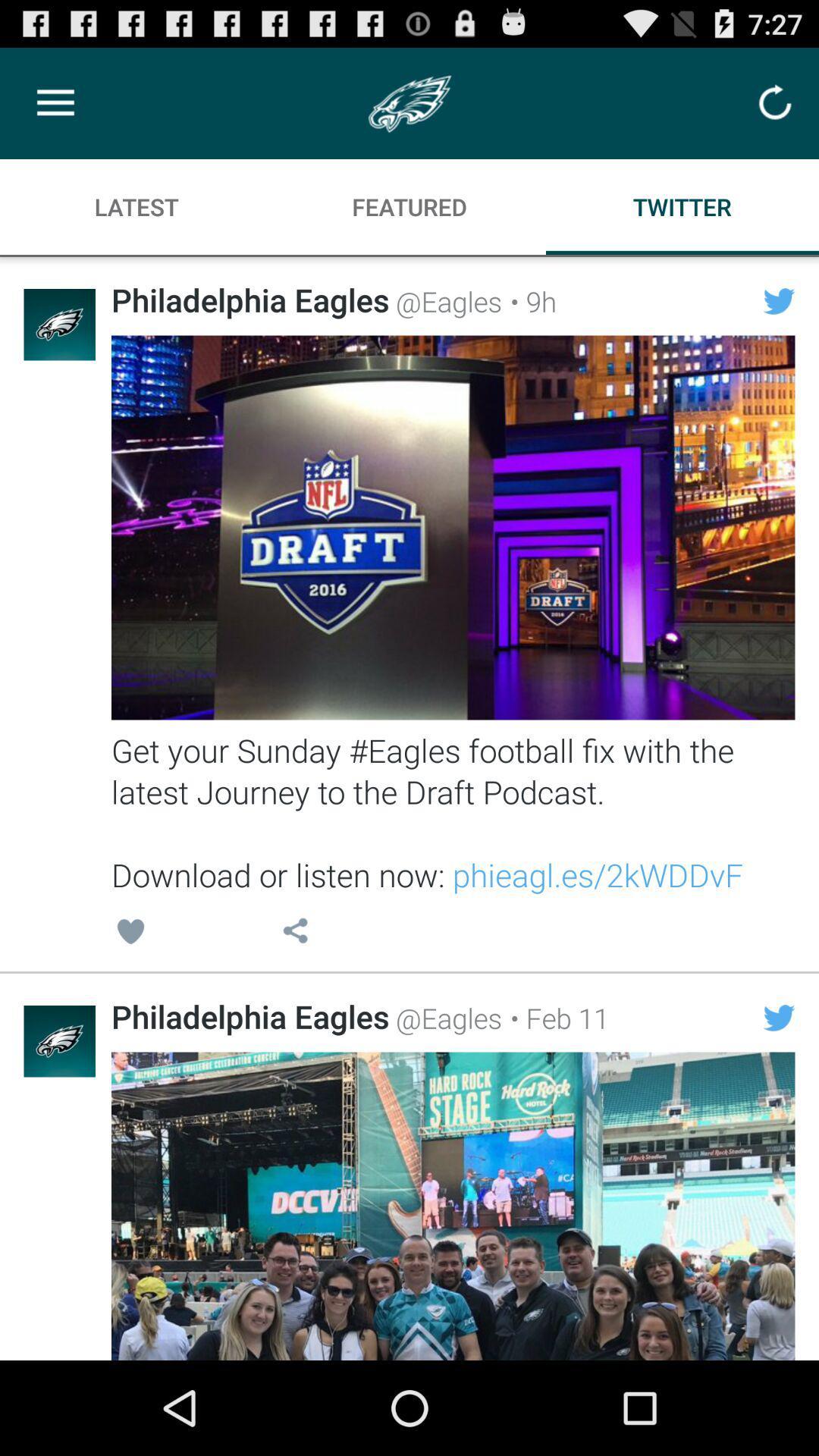 The height and width of the screenshot is (1456, 819). What do you see at coordinates (555, 1018) in the screenshot?
I see `the item next to the @eagles icon` at bounding box center [555, 1018].